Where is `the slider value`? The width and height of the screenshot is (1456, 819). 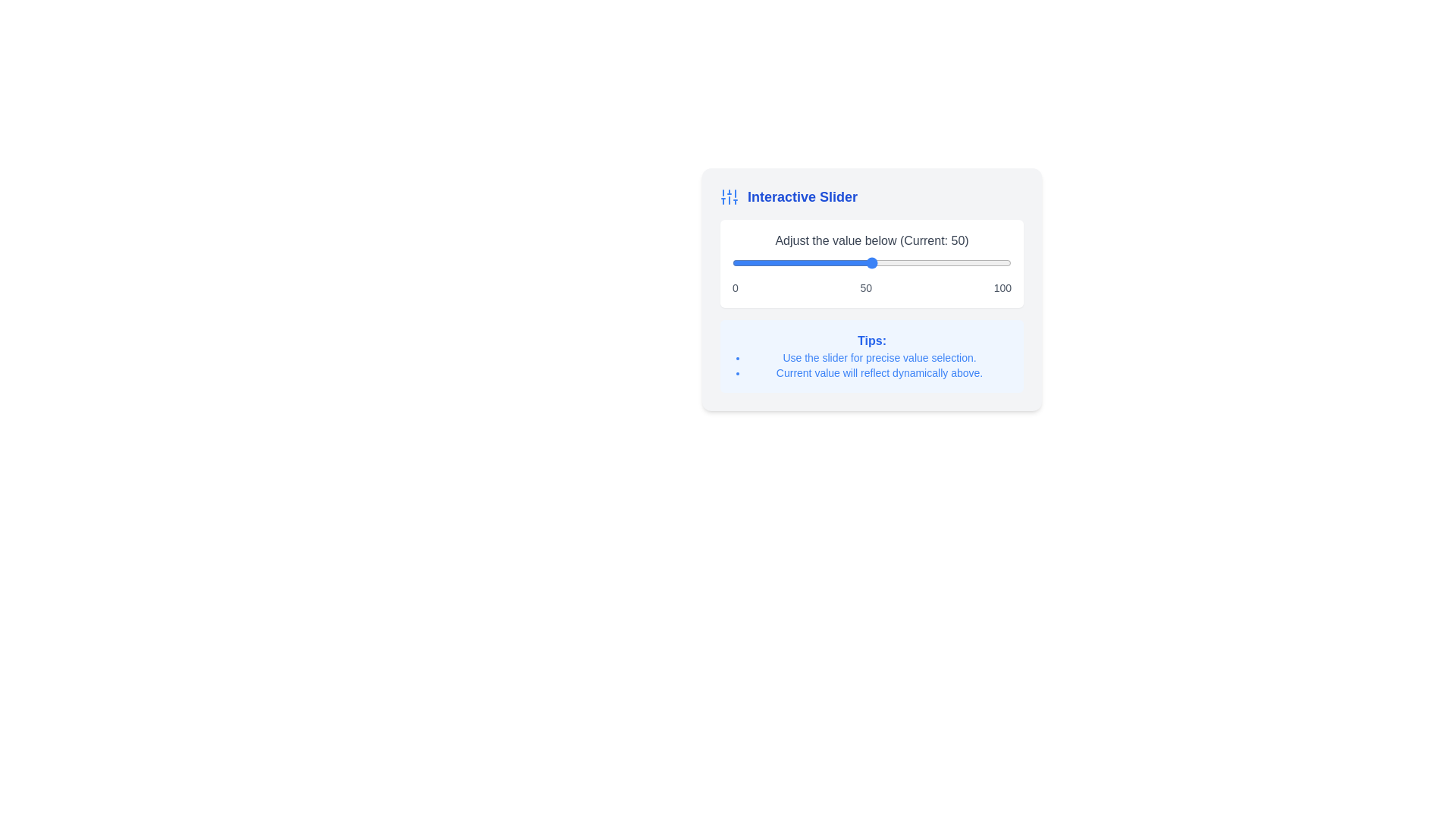 the slider value is located at coordinates (760, 262).